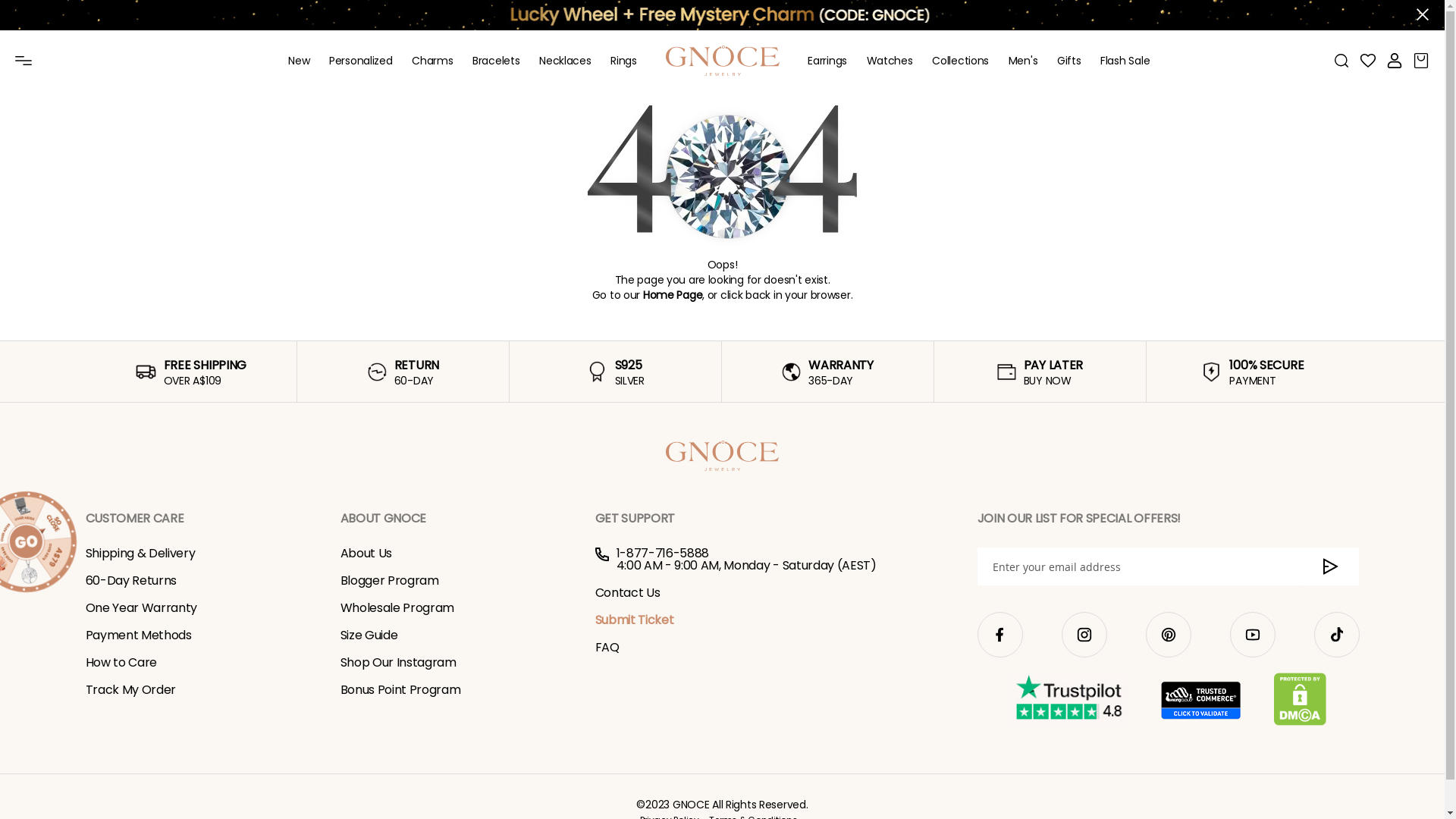 This screenshot has height=819, width=1456. I want to click on 'Flash Sale', so click(1125, 60).